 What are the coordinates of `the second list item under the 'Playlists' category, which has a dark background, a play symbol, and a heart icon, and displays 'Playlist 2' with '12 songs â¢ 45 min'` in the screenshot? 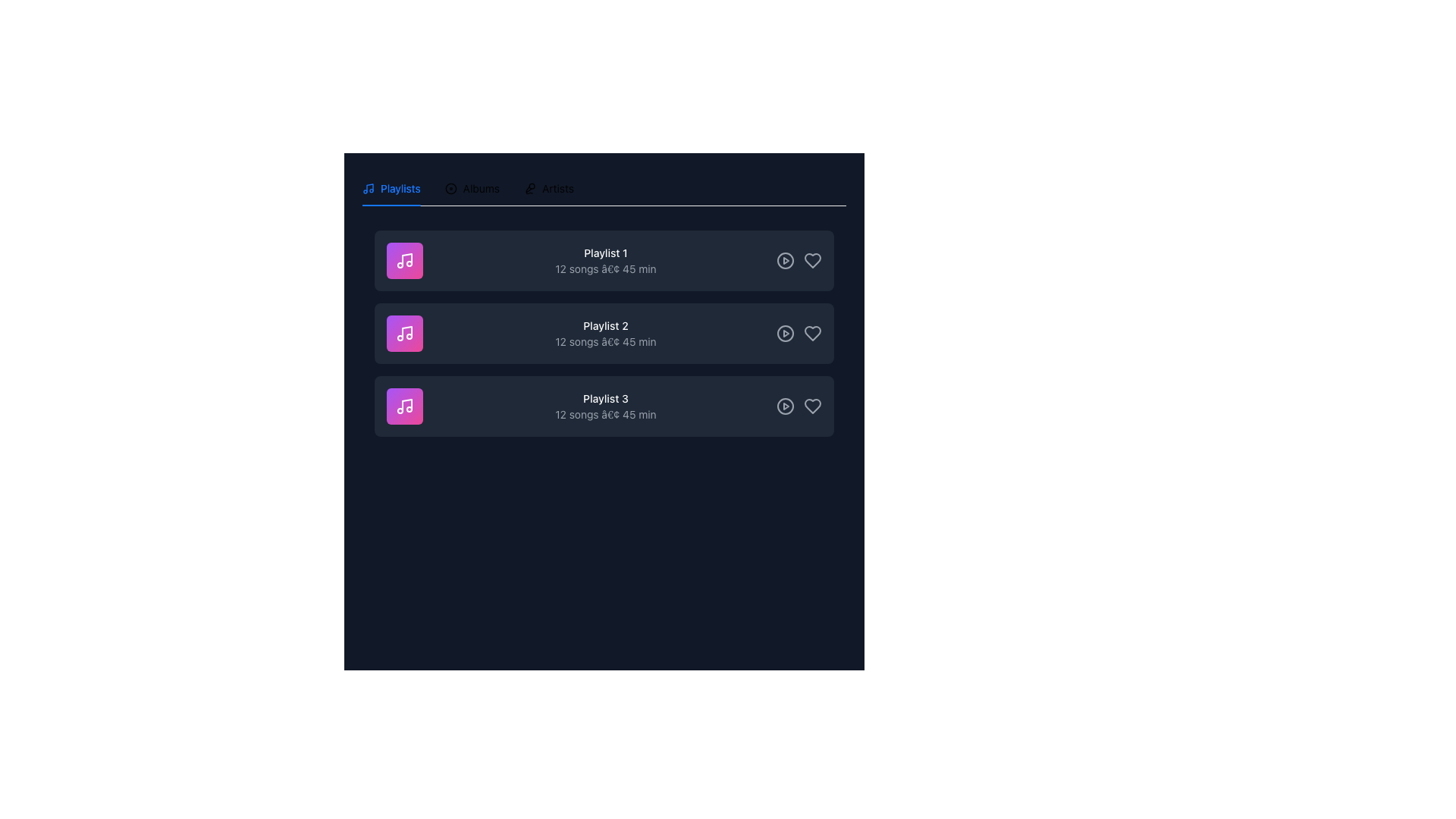 It's located at (603, 332).